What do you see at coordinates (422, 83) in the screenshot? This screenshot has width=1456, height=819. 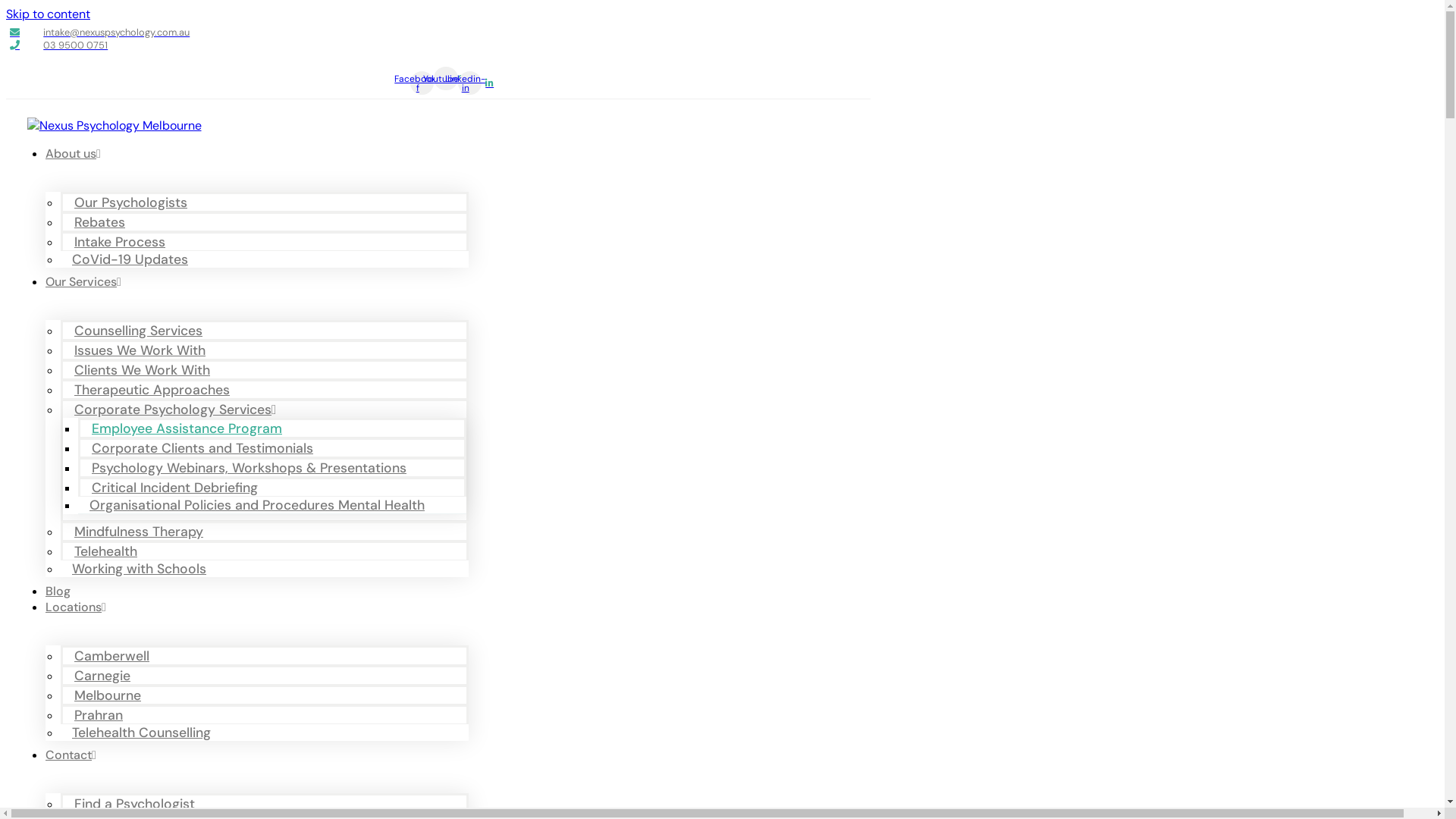 I see `'Facebook-f'` at bounding box center [422, 83].